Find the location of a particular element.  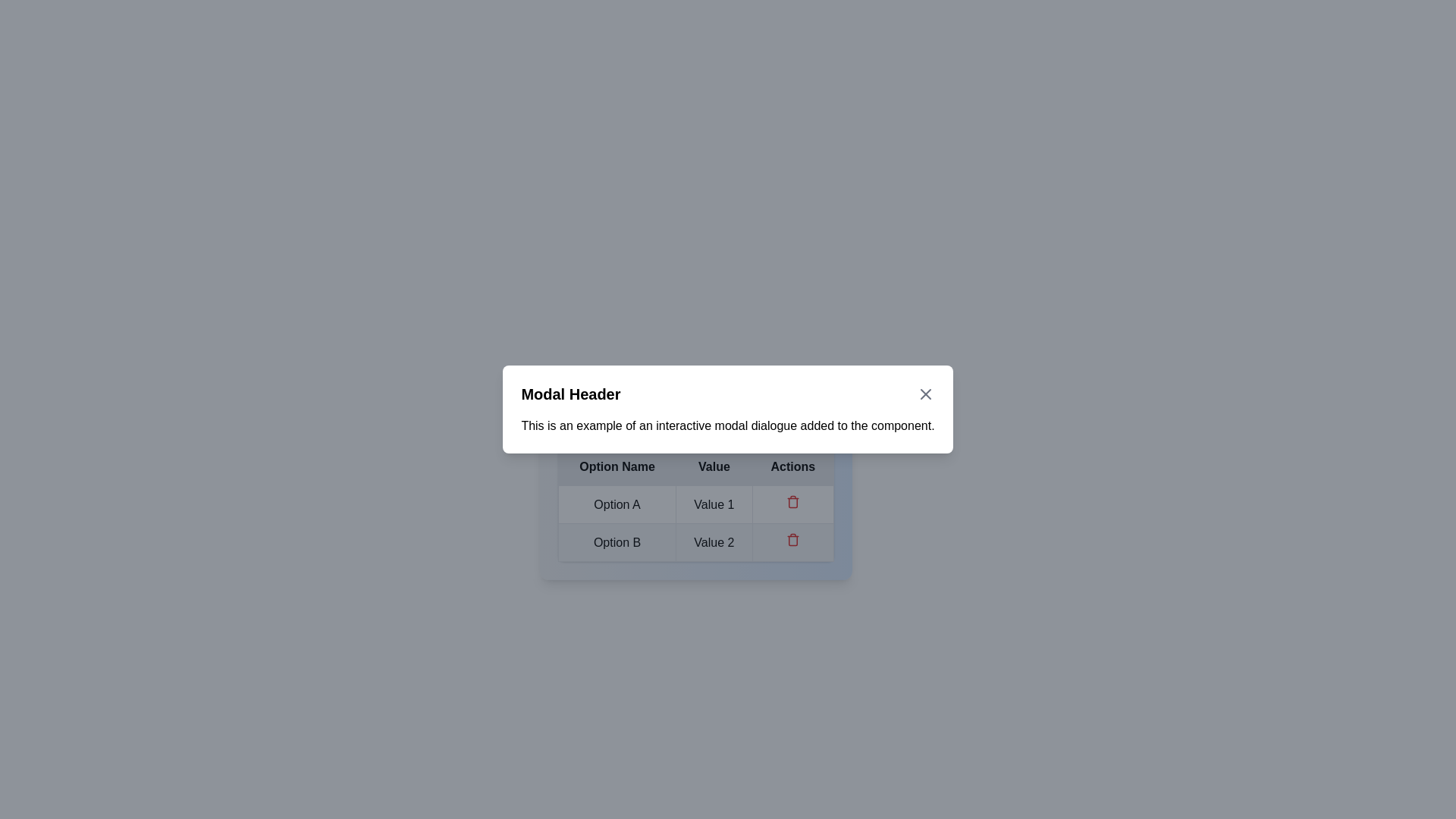

the 'Option Name' text label in the table header, which is bold and black on a gray background, located in the leftmost column of the header row is located at coordinates (617, 466).